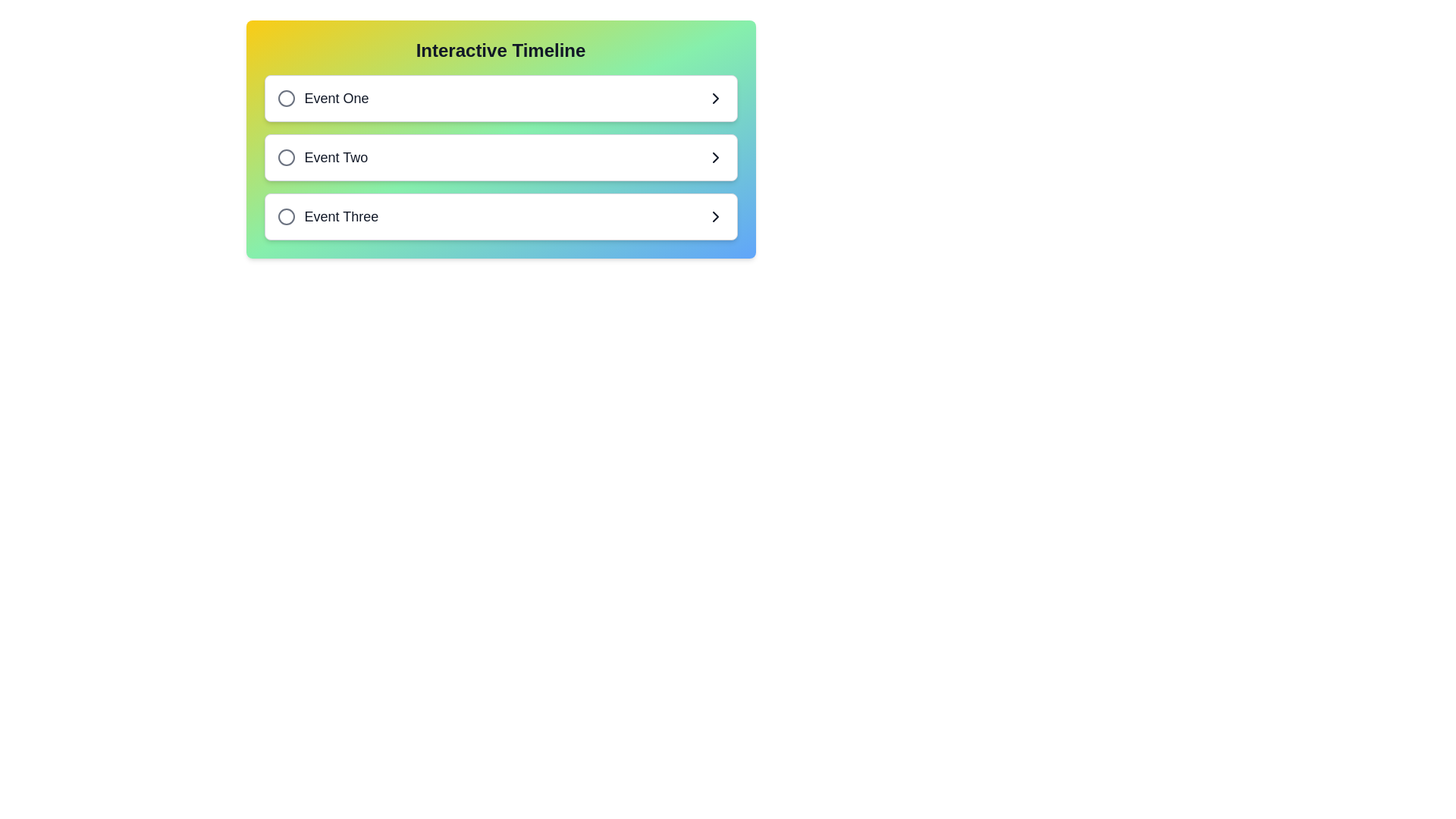  Describe the element at coordinates (327, 216) in the screenshot. I see `the event name 'Event Three' in the list of events` at that location.